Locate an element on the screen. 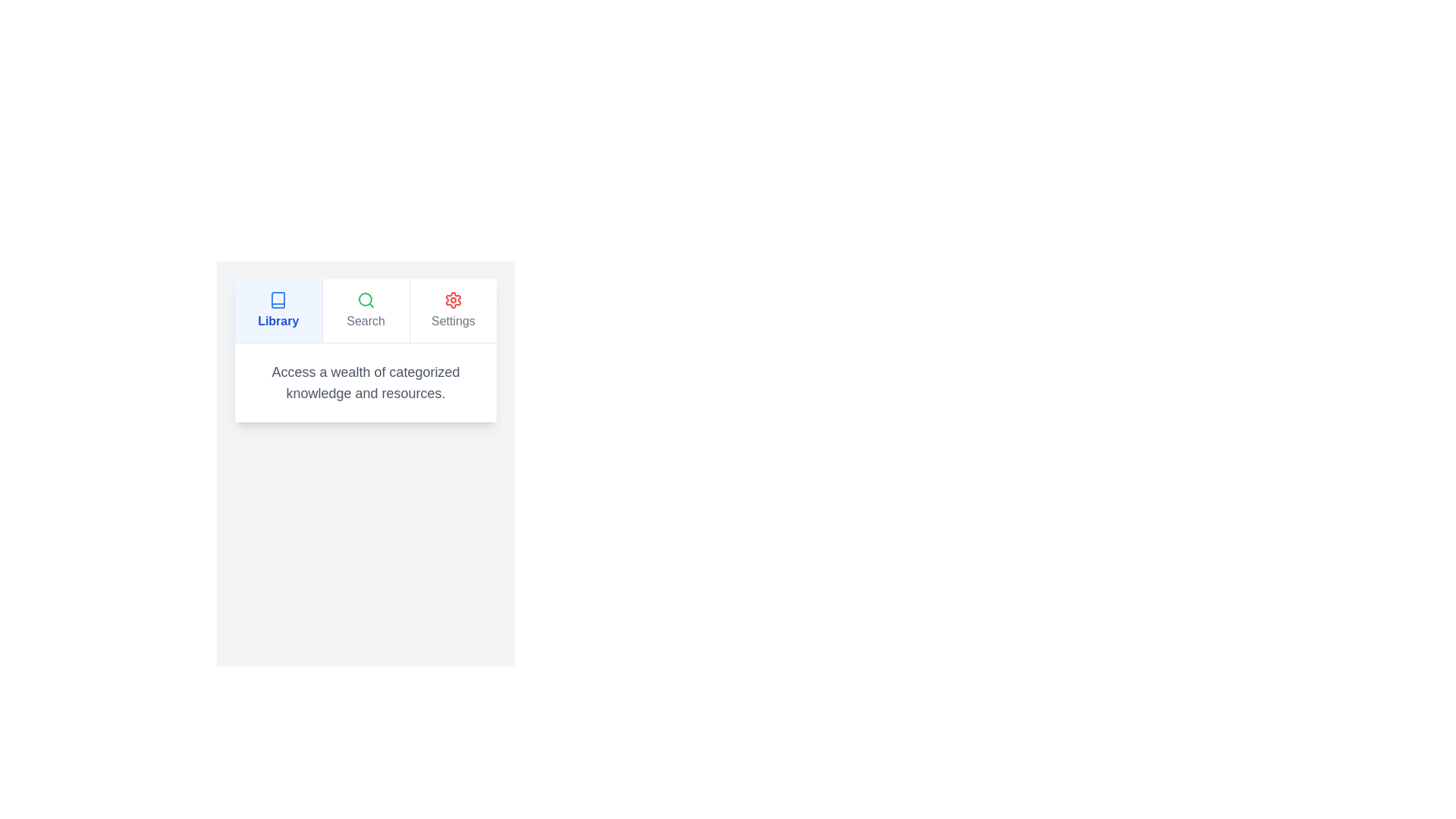  the Search tab by clicking on it is located at coordinates (365, 309).